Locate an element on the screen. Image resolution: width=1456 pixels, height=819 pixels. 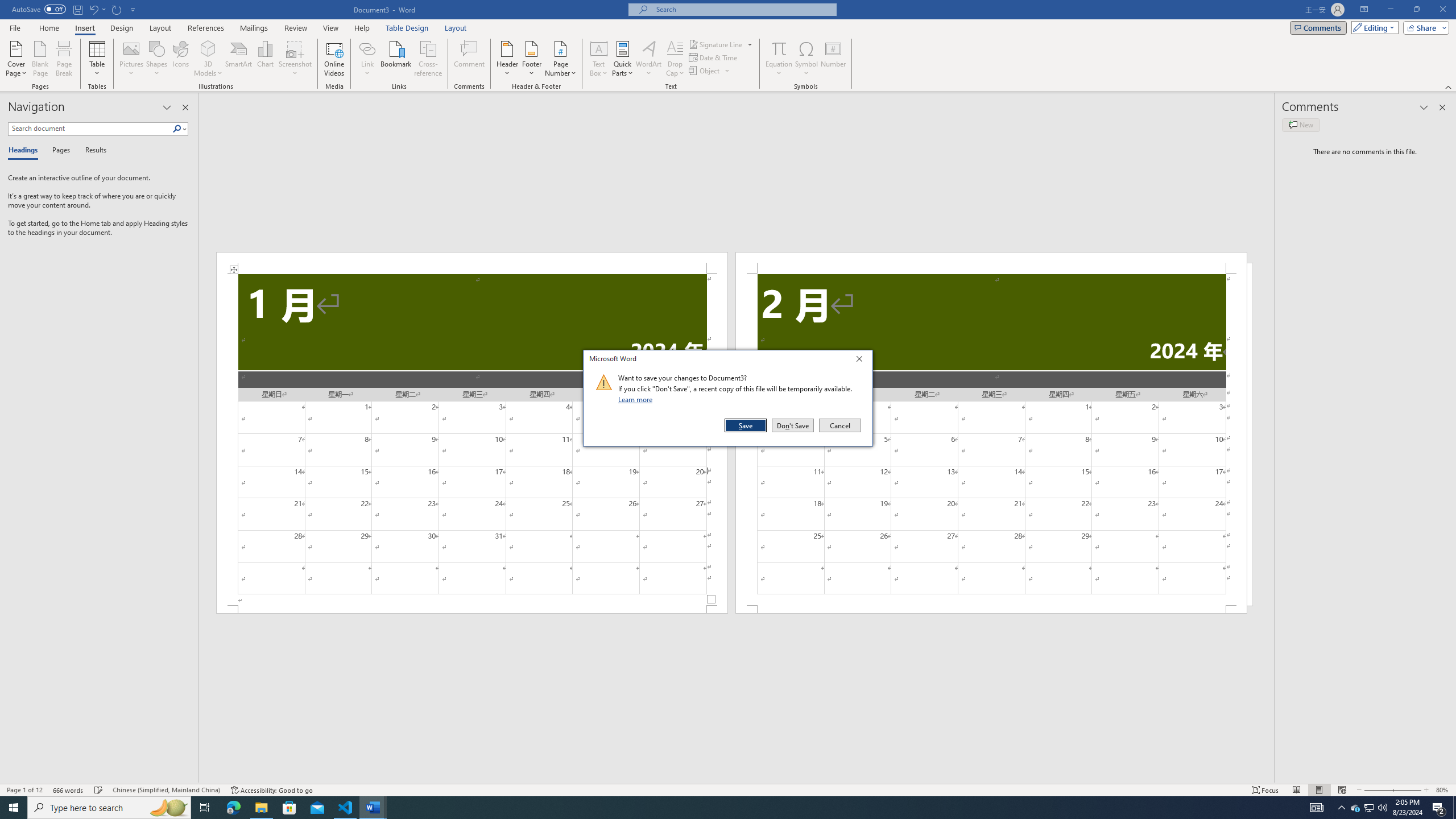
'Visual Studio Code - 1 running window' is located at coordinates (345, 806).